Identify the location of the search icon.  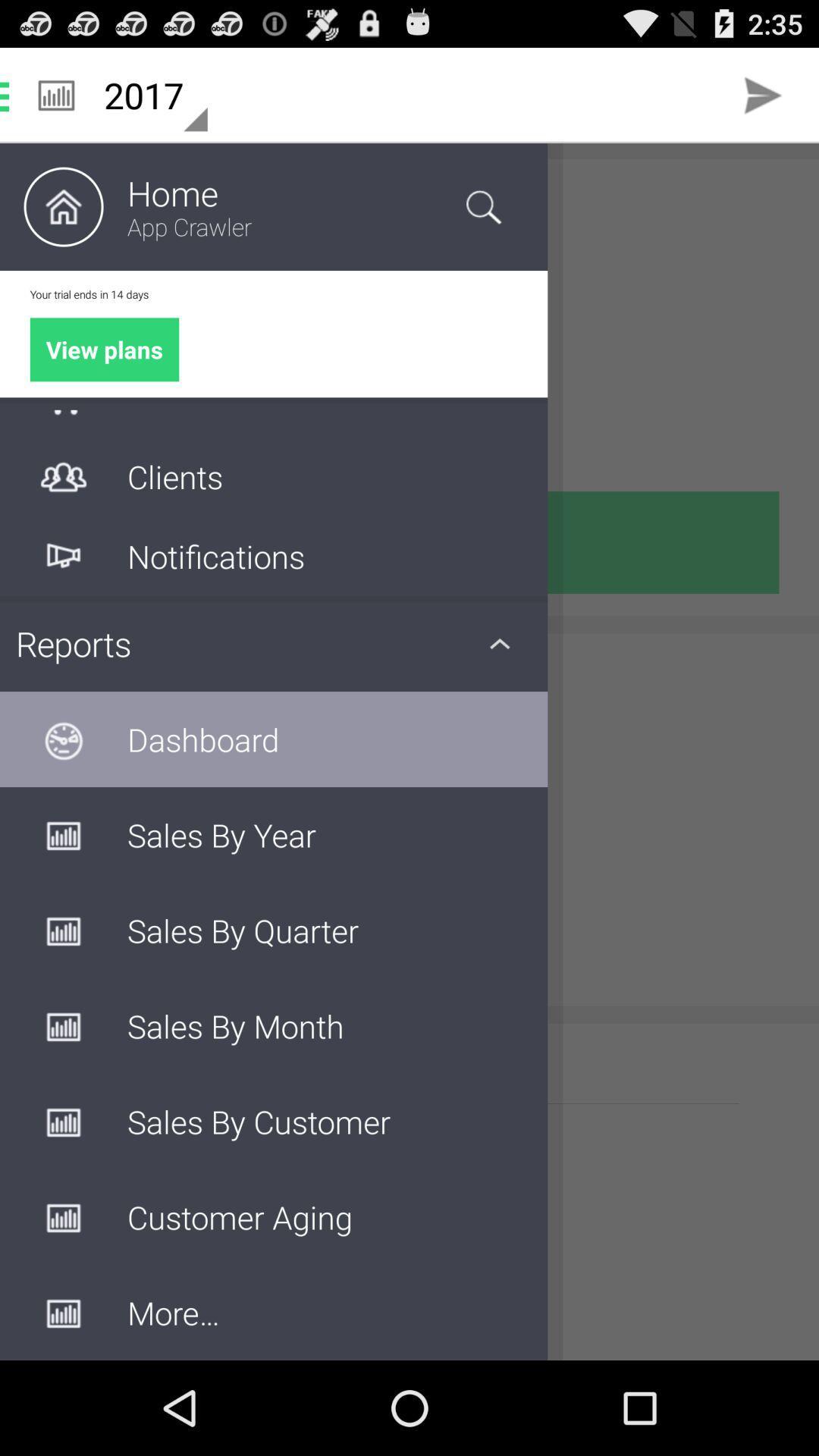
(484, 221).